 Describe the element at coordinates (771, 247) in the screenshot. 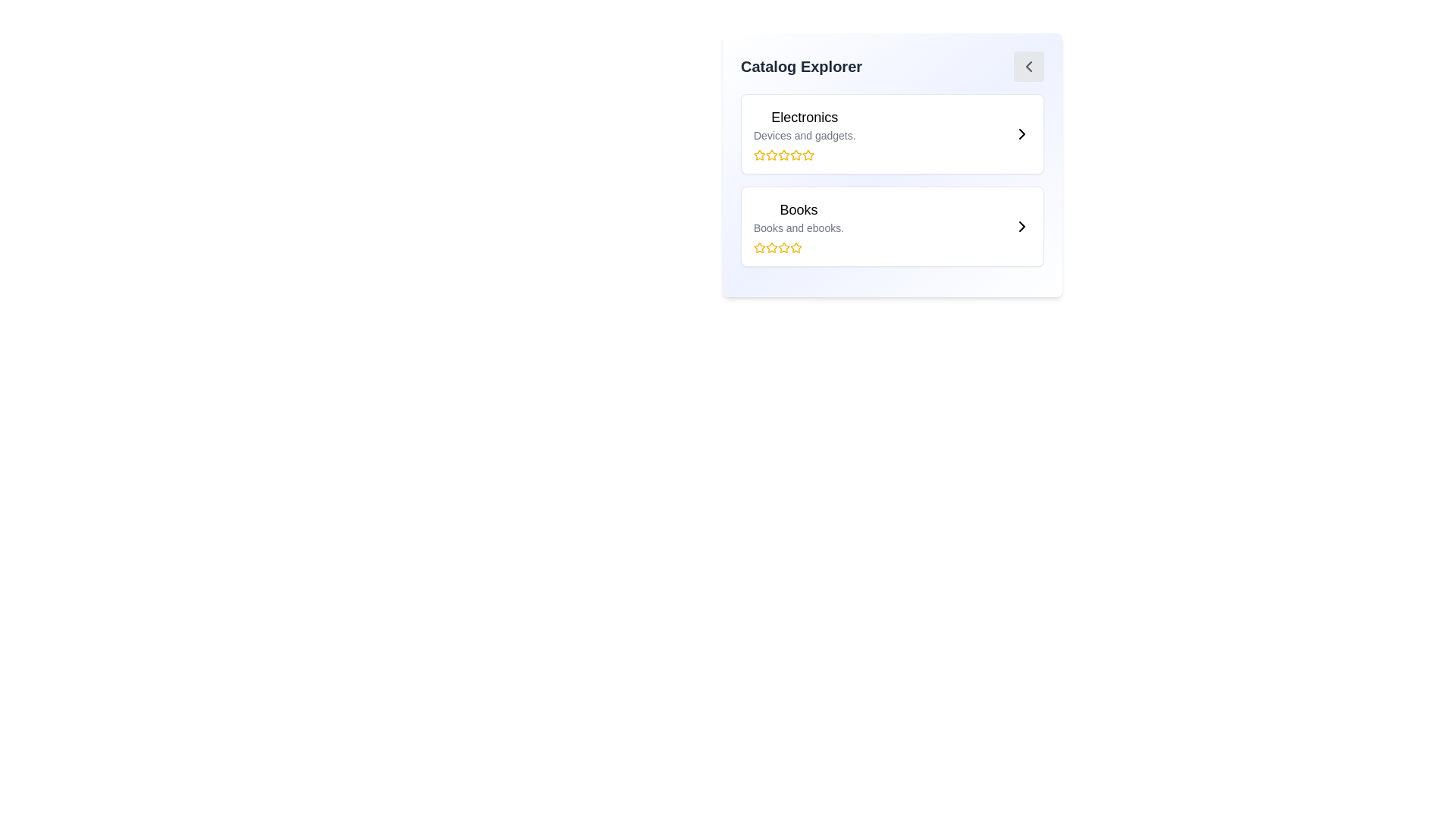

I see `the third star icon in the rating system below the 'Books' category` at that location.